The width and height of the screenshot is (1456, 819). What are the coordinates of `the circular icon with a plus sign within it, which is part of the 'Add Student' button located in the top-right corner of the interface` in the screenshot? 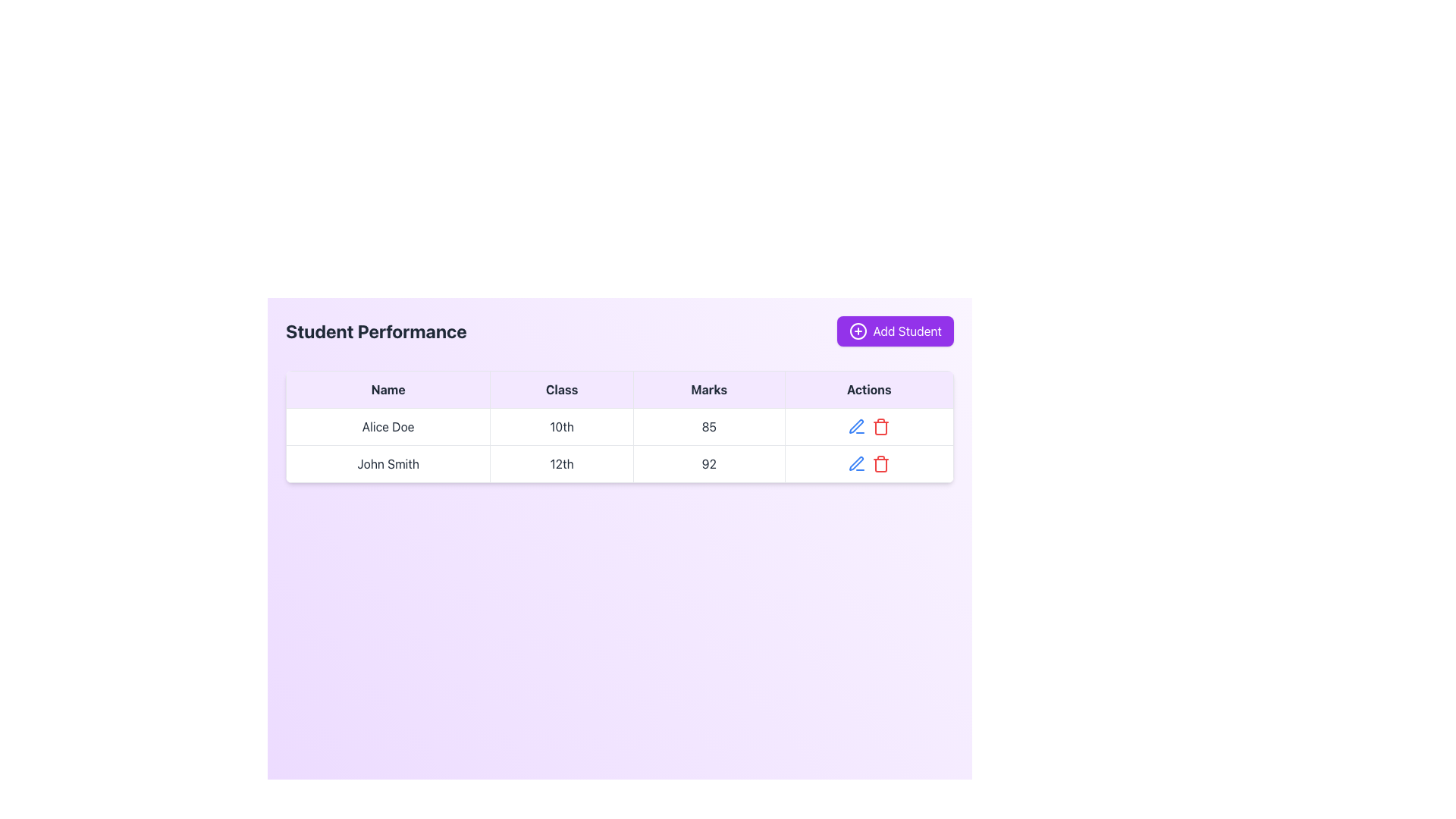 It's located at (858, 330).